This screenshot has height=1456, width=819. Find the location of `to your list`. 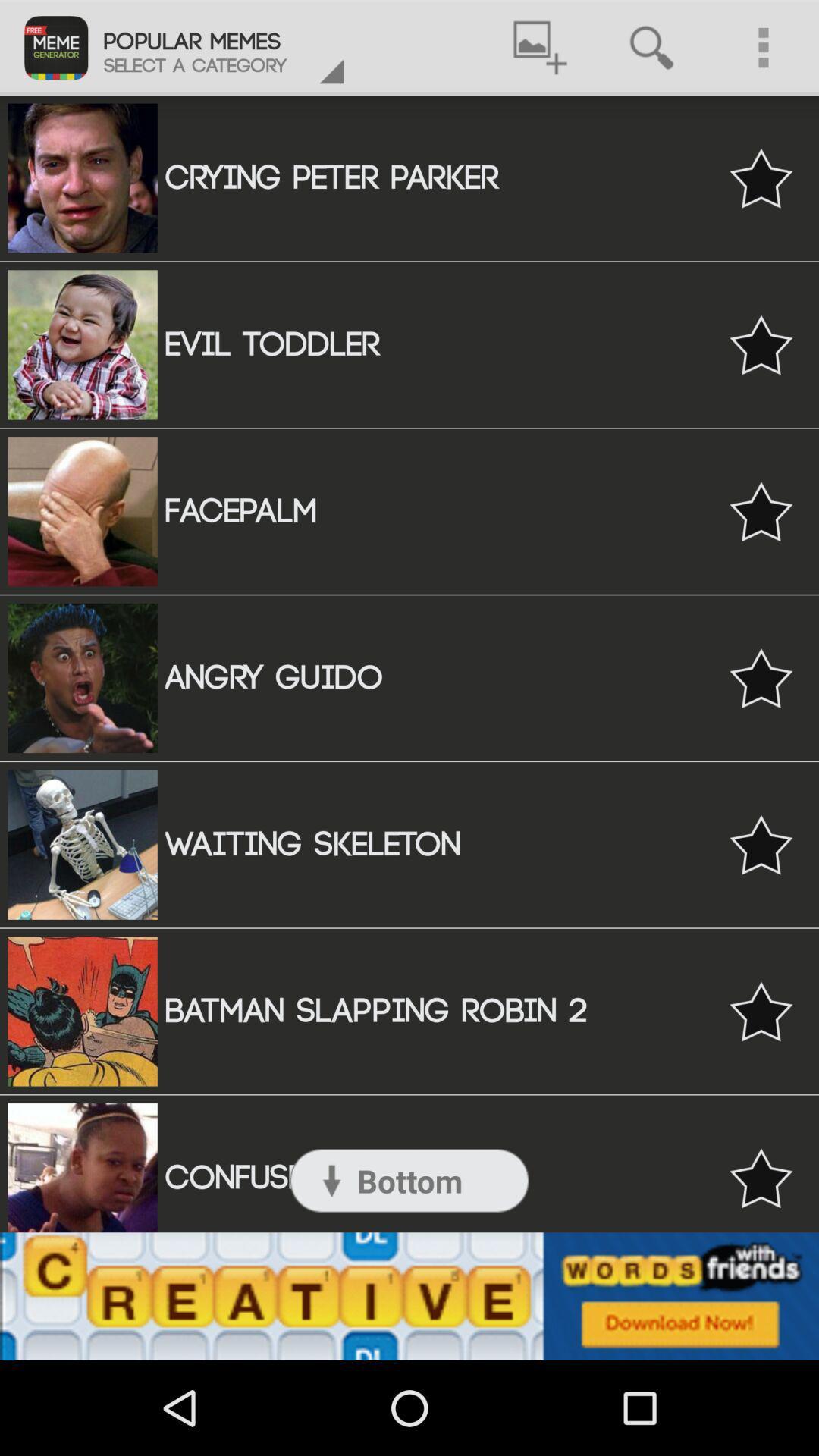

to your list is located at coordinates (761, 178).